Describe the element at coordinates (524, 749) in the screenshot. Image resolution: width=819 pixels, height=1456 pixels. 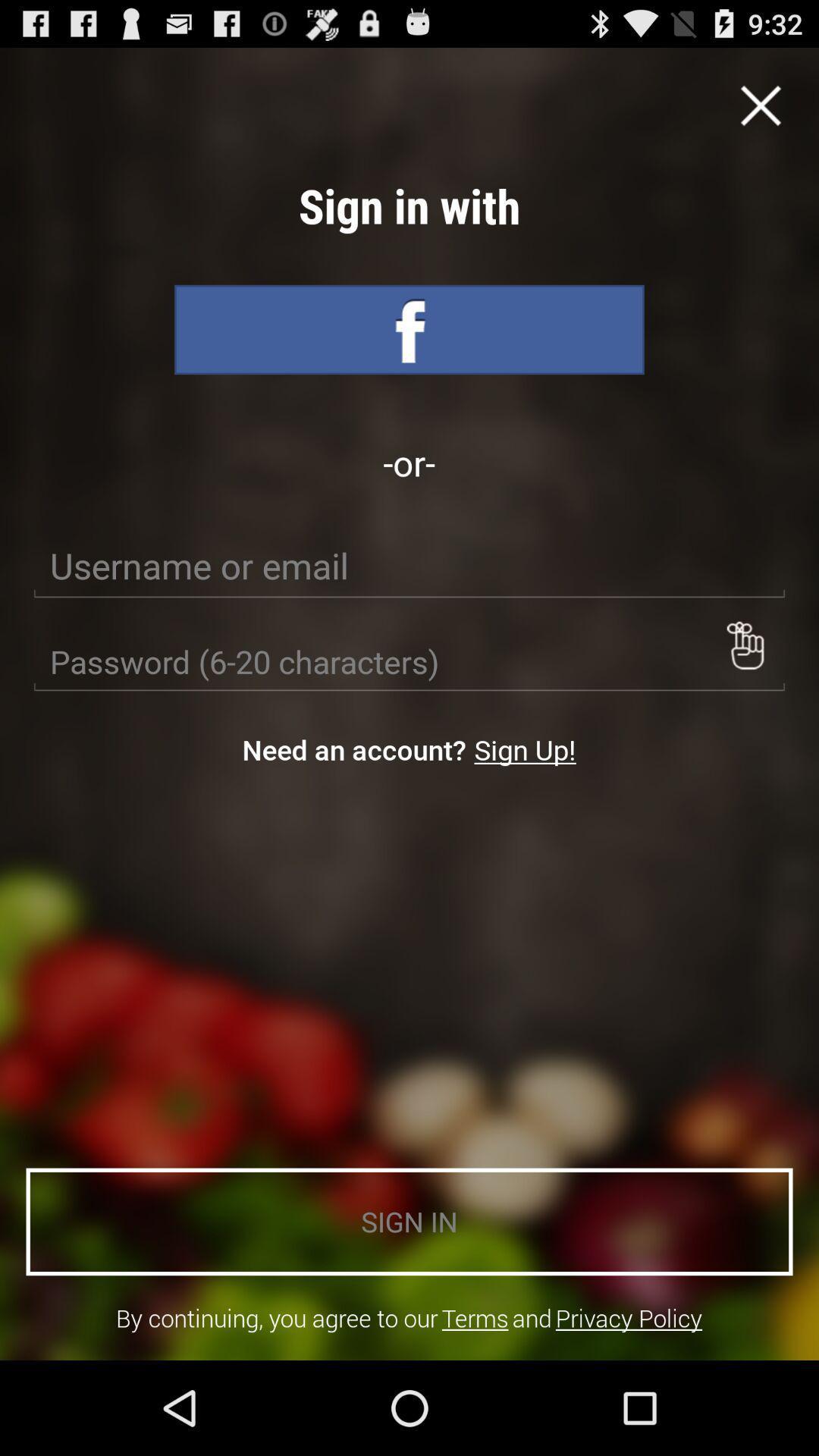
I see `item to the right of need an account? item` at that location.